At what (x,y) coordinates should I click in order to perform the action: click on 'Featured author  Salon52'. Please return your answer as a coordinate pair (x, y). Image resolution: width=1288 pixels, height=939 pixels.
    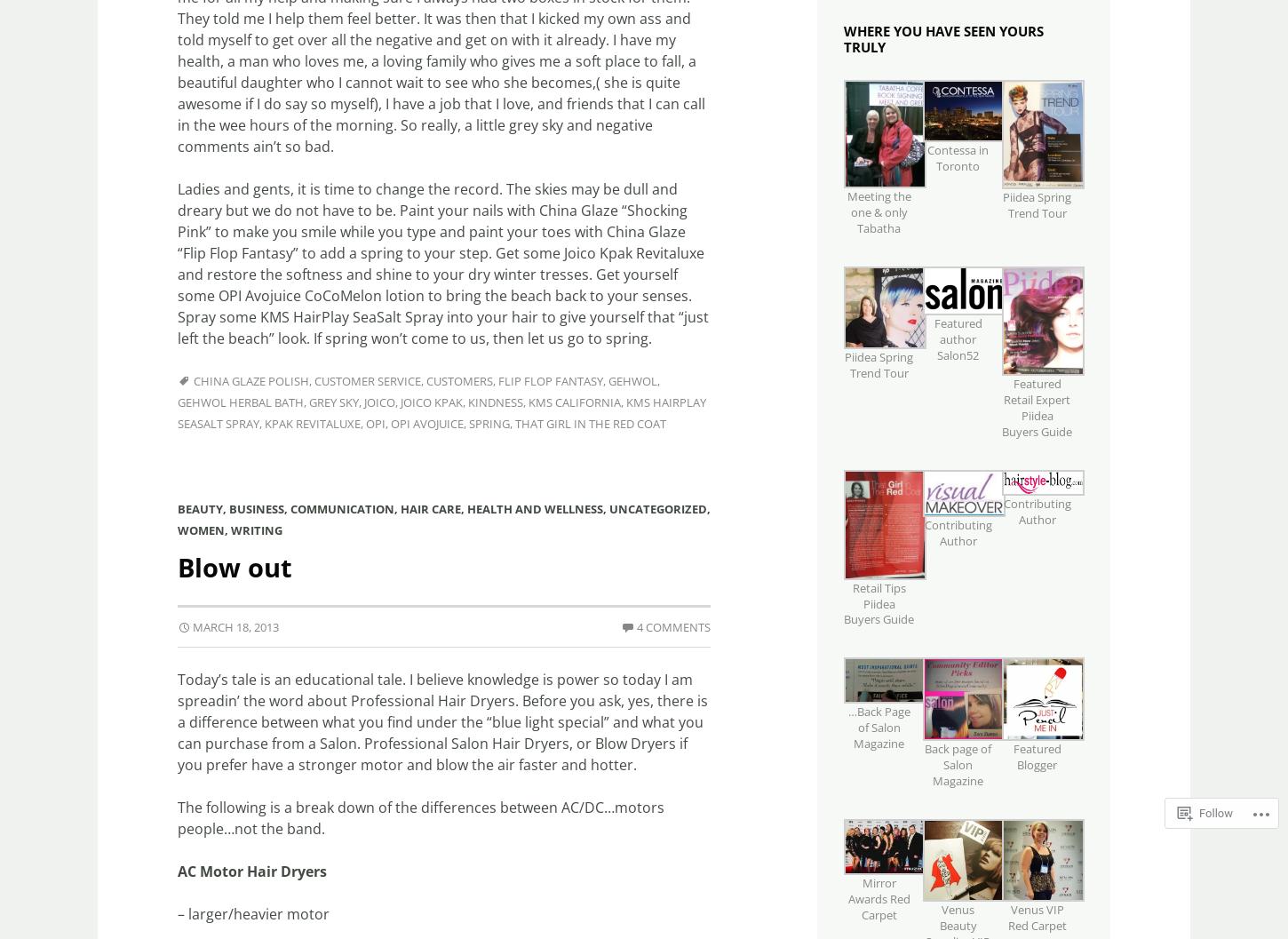
    Looking at the image, I should click on (957, 338).